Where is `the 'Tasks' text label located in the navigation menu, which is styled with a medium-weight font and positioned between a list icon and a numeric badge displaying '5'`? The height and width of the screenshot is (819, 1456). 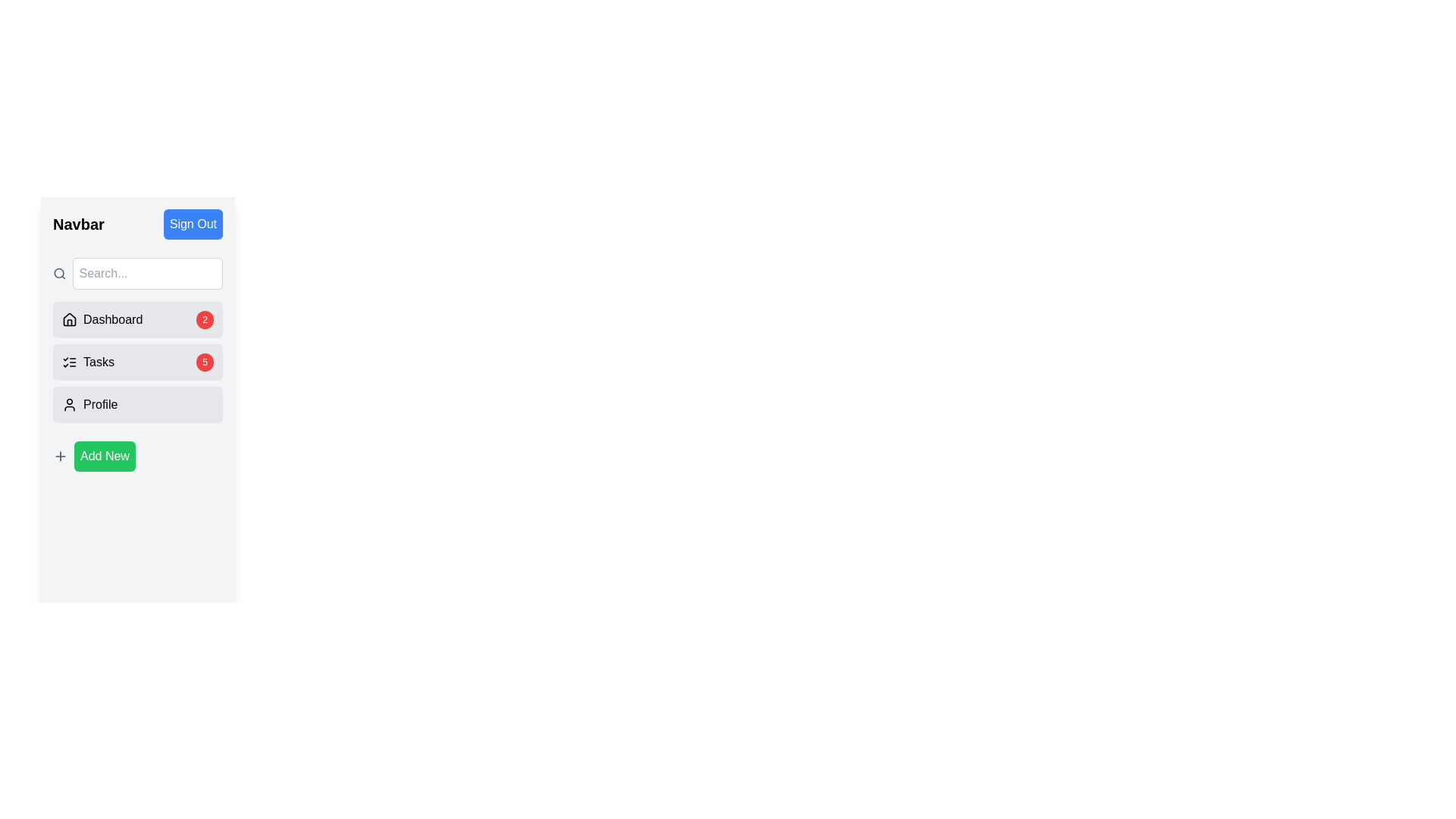
the 'Tasks' text label located in the navigation menu, which is styled with a medium-weight font and positioned between a list icon and a numeric badge displaying '5' is located at coordinates (98, 362).